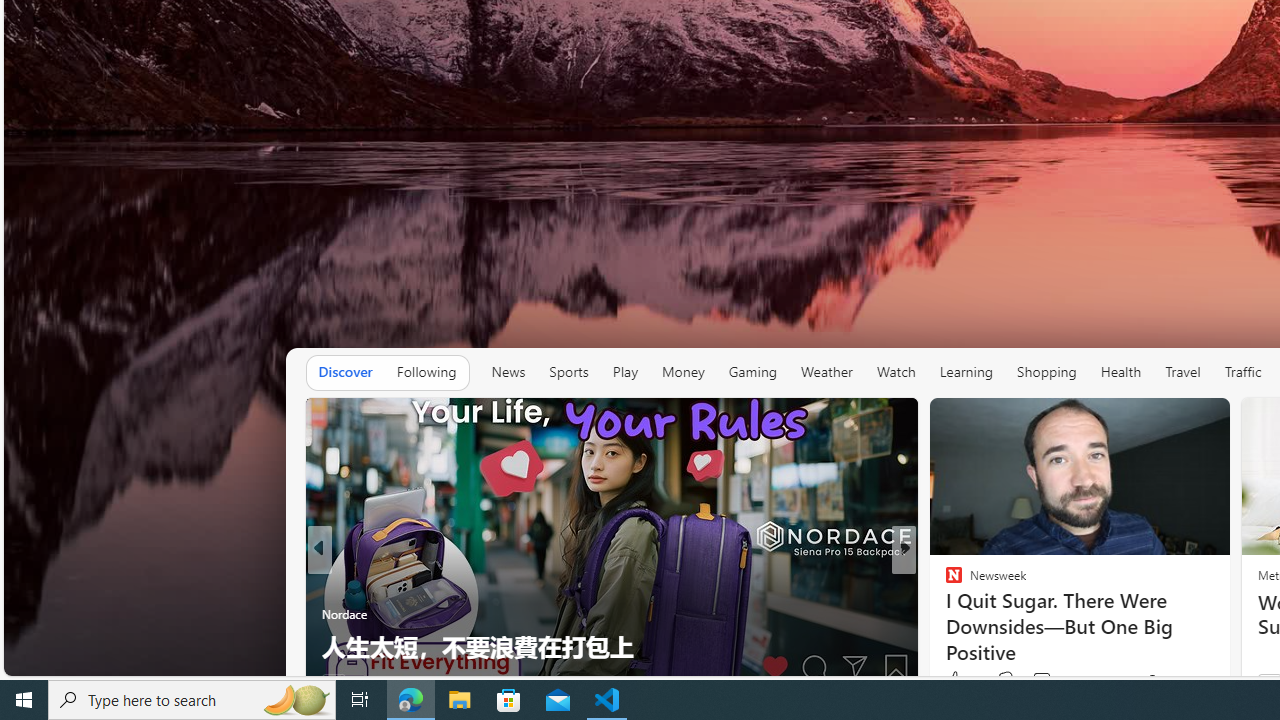 The height and width of the screenshot is (720, 1280). Describe the element at coordinates (1183, 371) in the screenshot. I see `'Travel'` at that location.